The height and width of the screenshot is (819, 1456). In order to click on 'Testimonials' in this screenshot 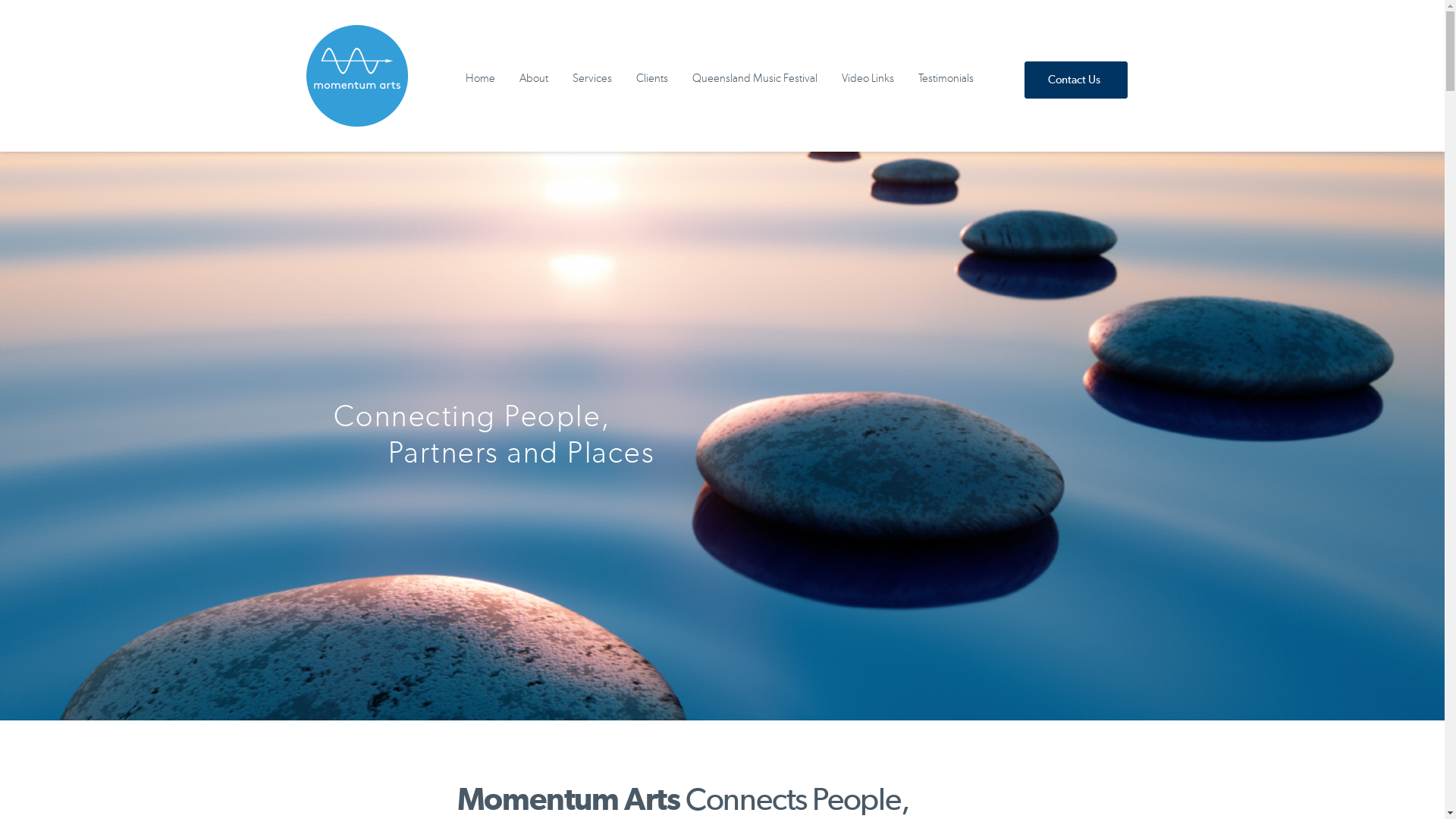, I will do `click(945, 79)`.